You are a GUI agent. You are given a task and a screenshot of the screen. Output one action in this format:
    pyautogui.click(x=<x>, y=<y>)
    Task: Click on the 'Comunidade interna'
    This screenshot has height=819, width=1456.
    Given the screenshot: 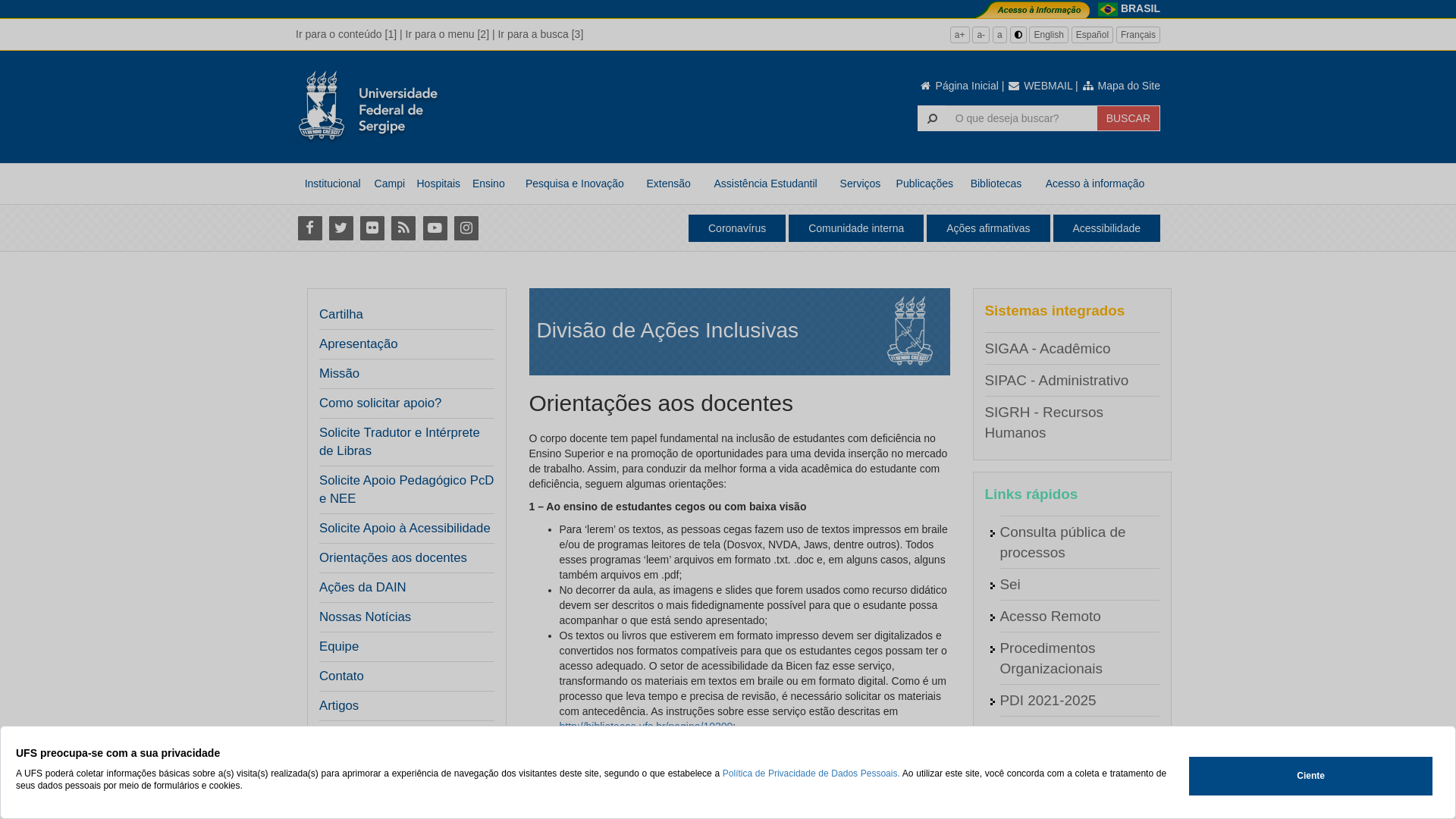 What is the action you would take?
    pyautogui.click(x=855, y=227)
    